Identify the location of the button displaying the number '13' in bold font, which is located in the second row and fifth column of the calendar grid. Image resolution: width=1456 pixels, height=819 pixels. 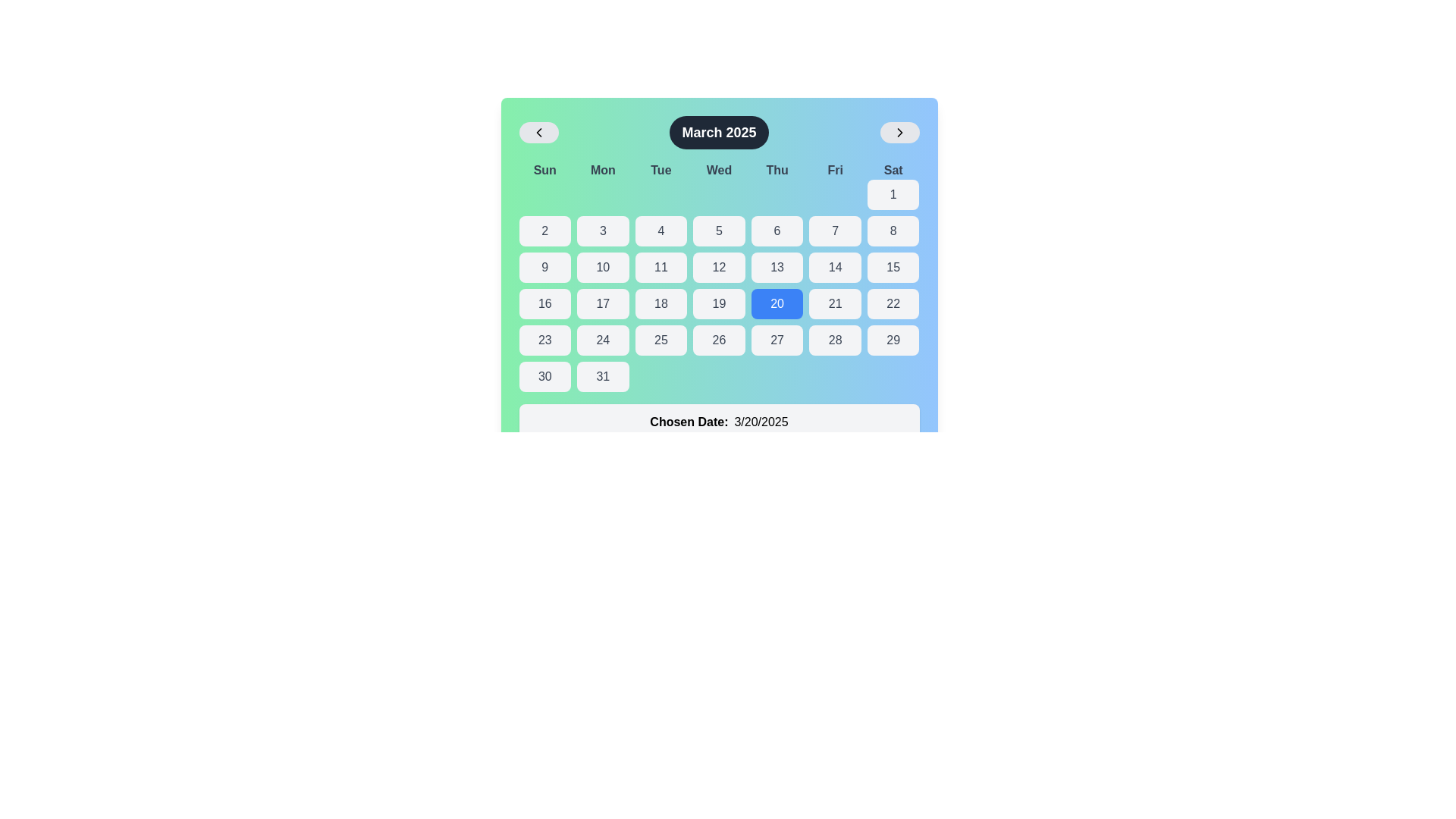
(777, 267).